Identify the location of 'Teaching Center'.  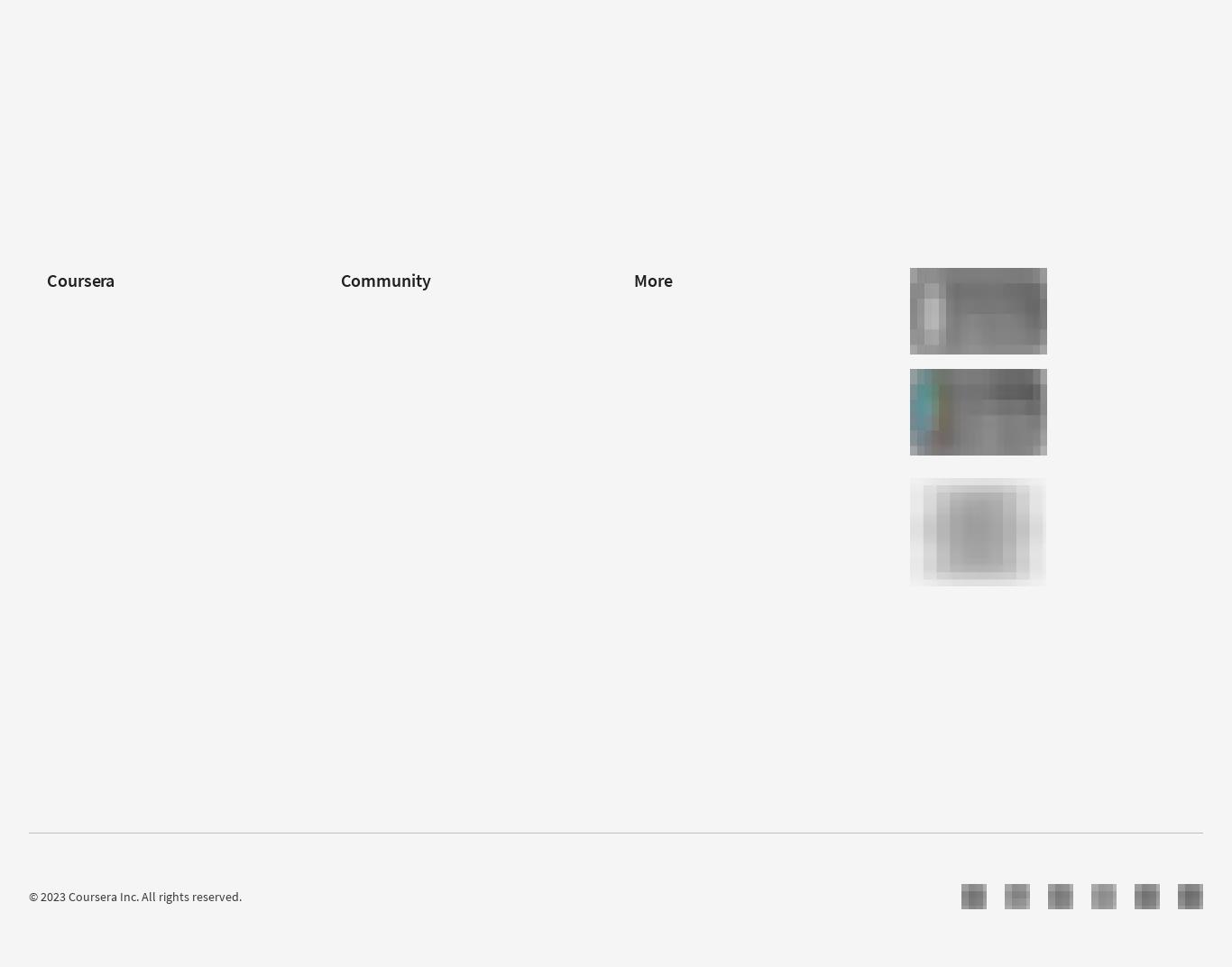
(382, 474).